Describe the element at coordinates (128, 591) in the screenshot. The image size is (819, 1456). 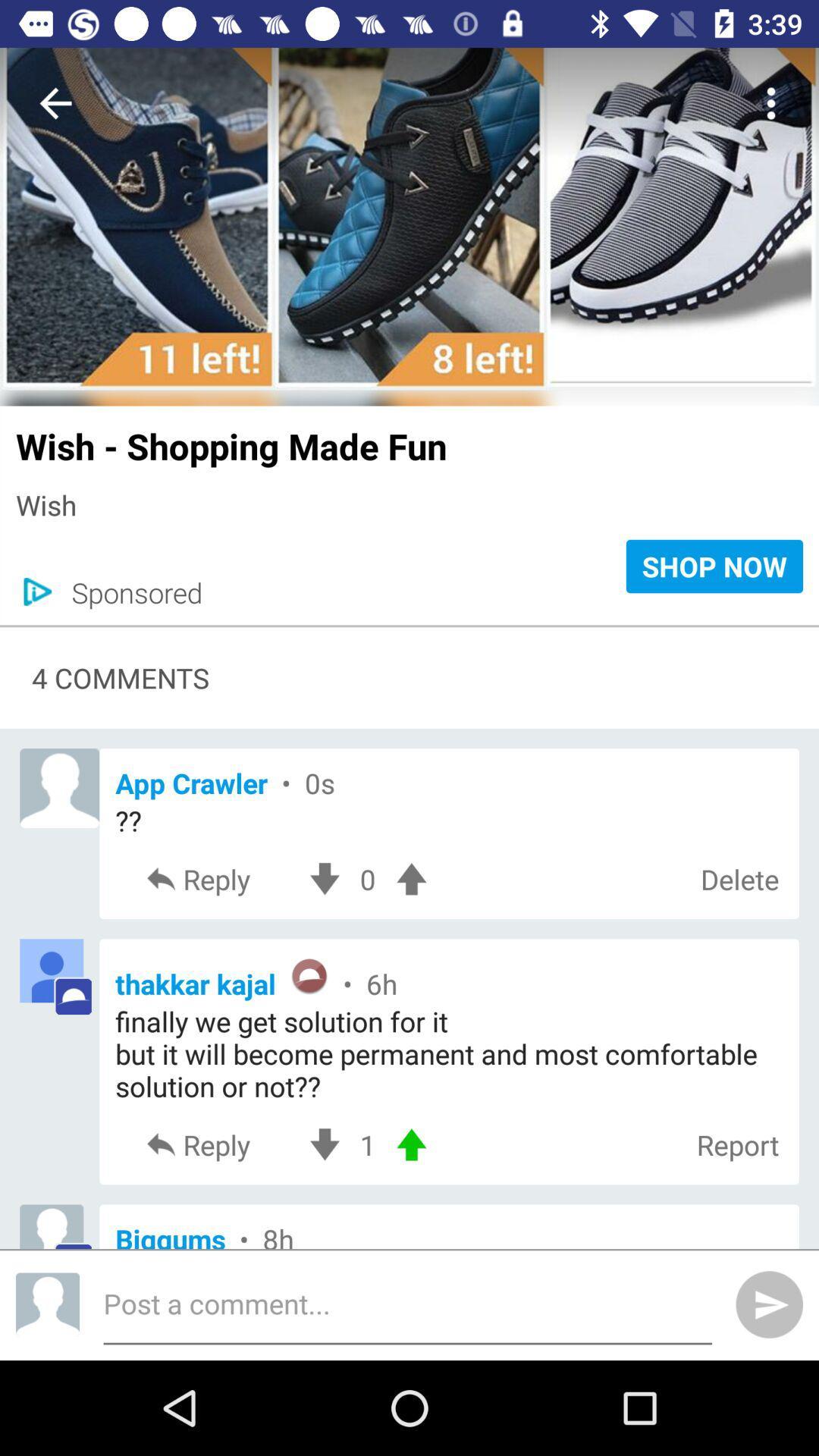
I see `the item to the left of the shop now item` at that location.